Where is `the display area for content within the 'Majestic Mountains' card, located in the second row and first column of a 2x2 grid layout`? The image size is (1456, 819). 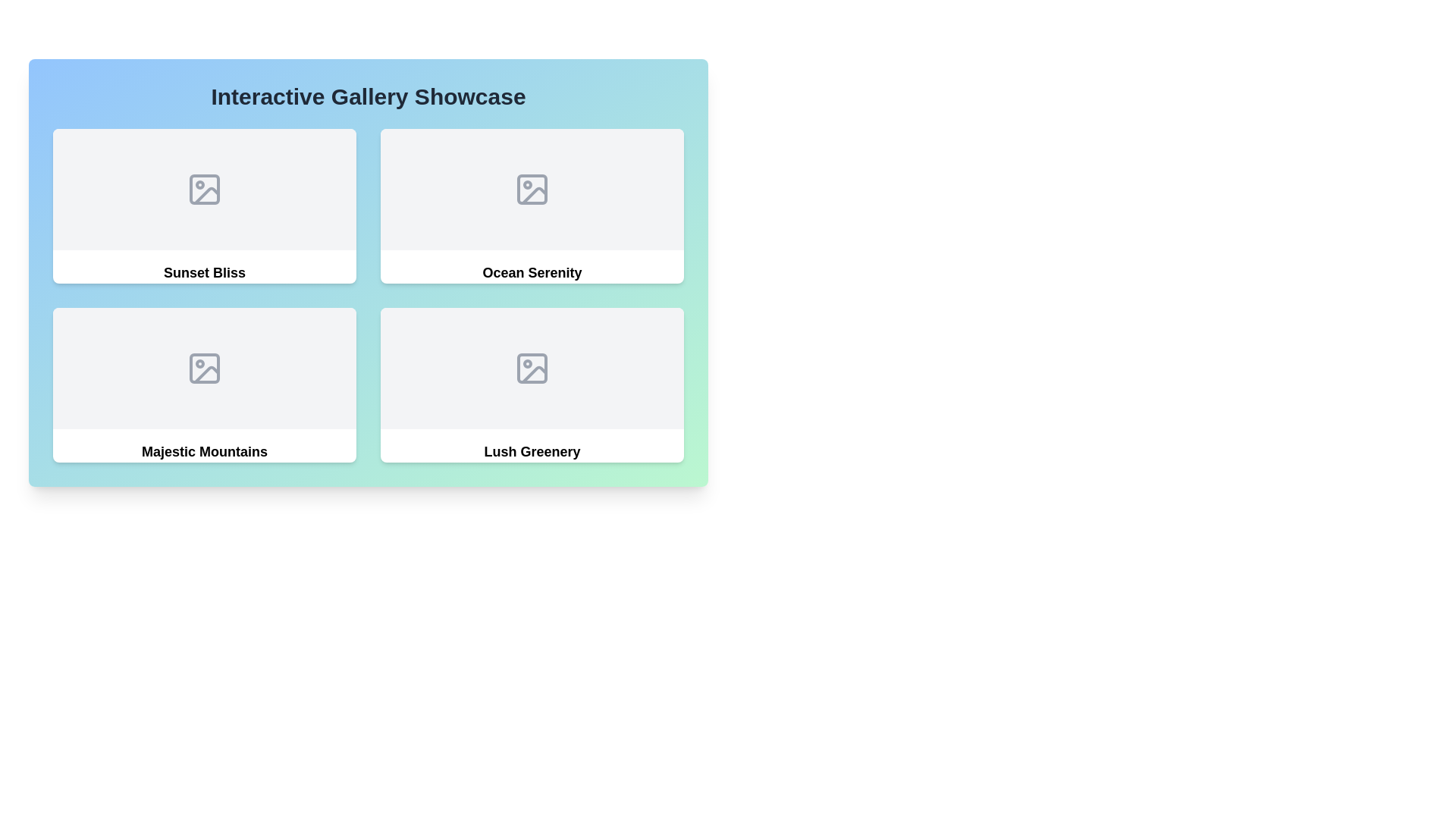 the display area for content within the 'Majestic Mountains' card, located in the second row and first column of a 2x2 grid layout is located at coordinates (203, 369).